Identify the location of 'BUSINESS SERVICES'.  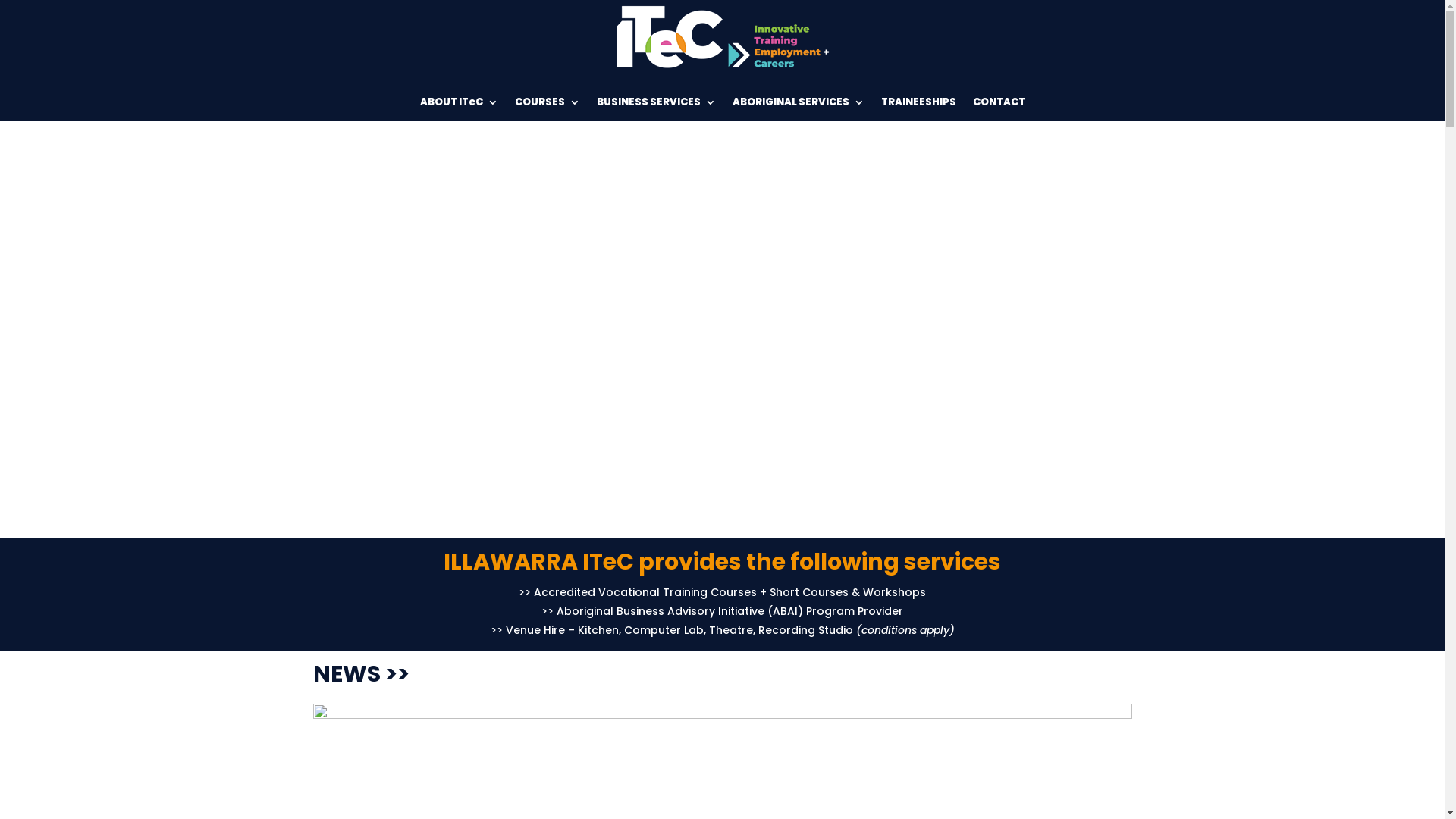
(655, 102).